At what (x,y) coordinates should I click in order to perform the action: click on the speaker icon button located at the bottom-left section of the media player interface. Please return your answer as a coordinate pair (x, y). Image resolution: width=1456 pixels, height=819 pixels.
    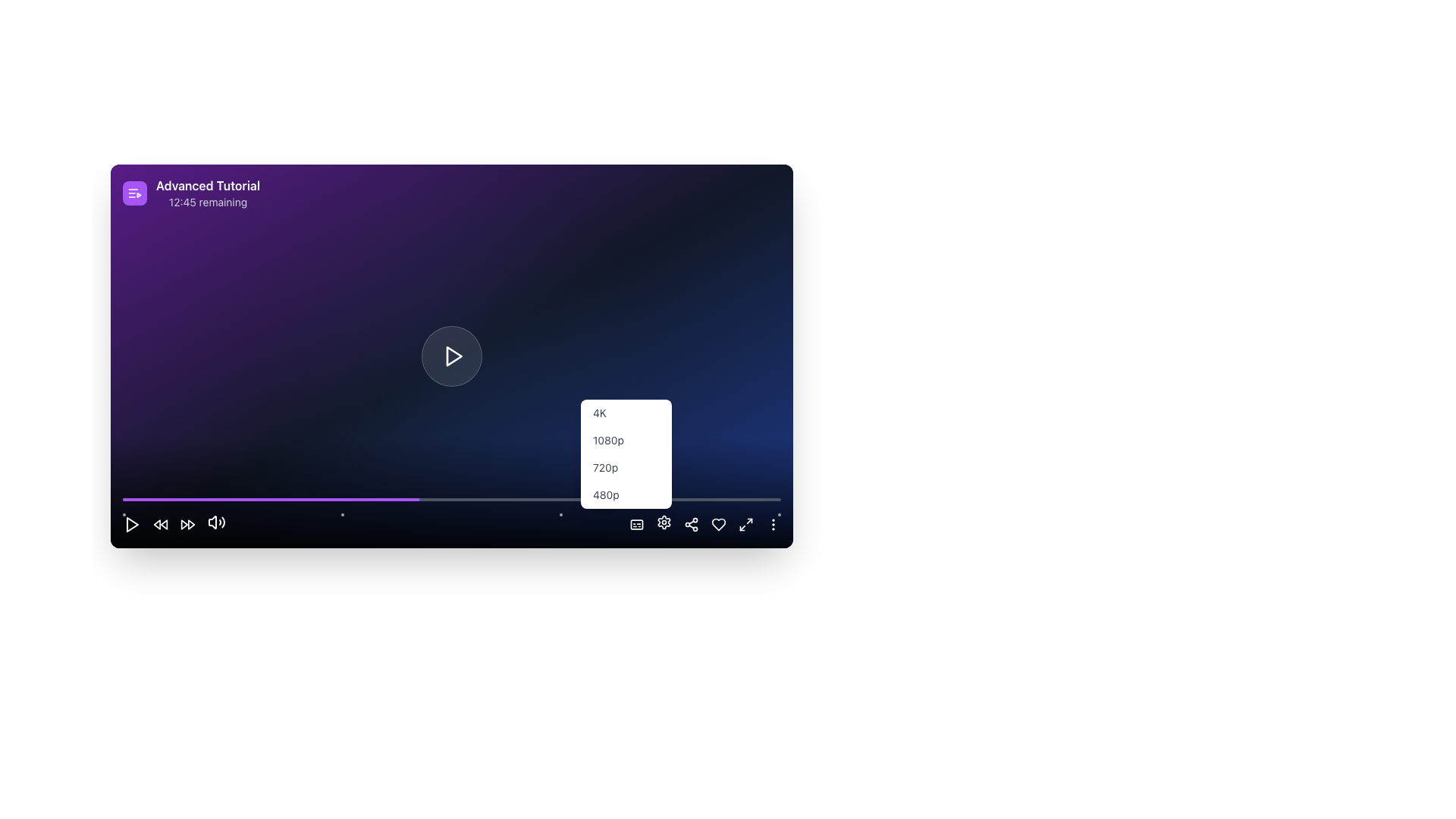
    Looking at the image, I should click on (216, 522).